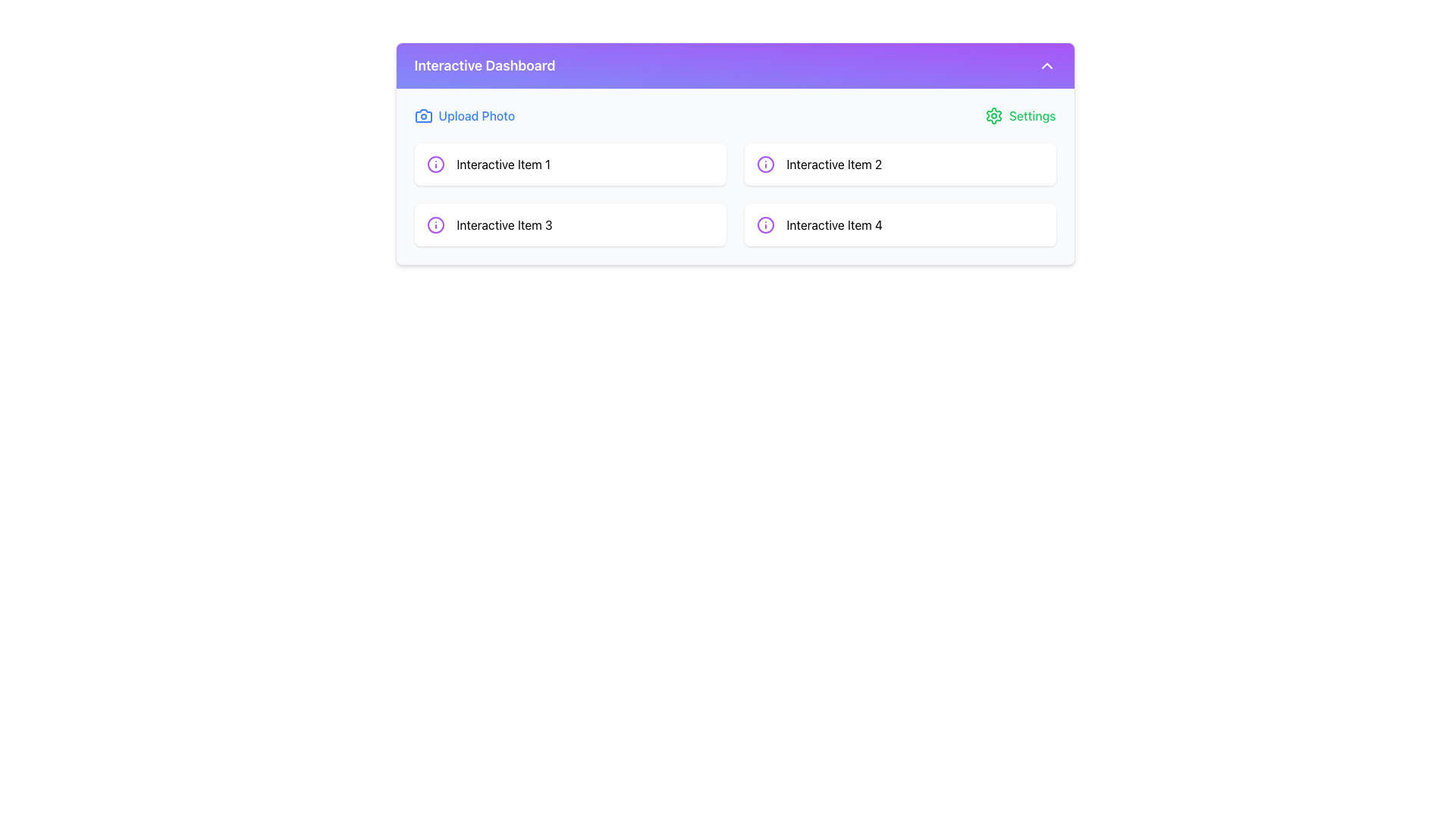 This screenshot has width=1456, height=819. Describe the element at coordinates (993, 115) in the screenshot. I see `the green settings gear icon located at the far right of the top bar` at that location.